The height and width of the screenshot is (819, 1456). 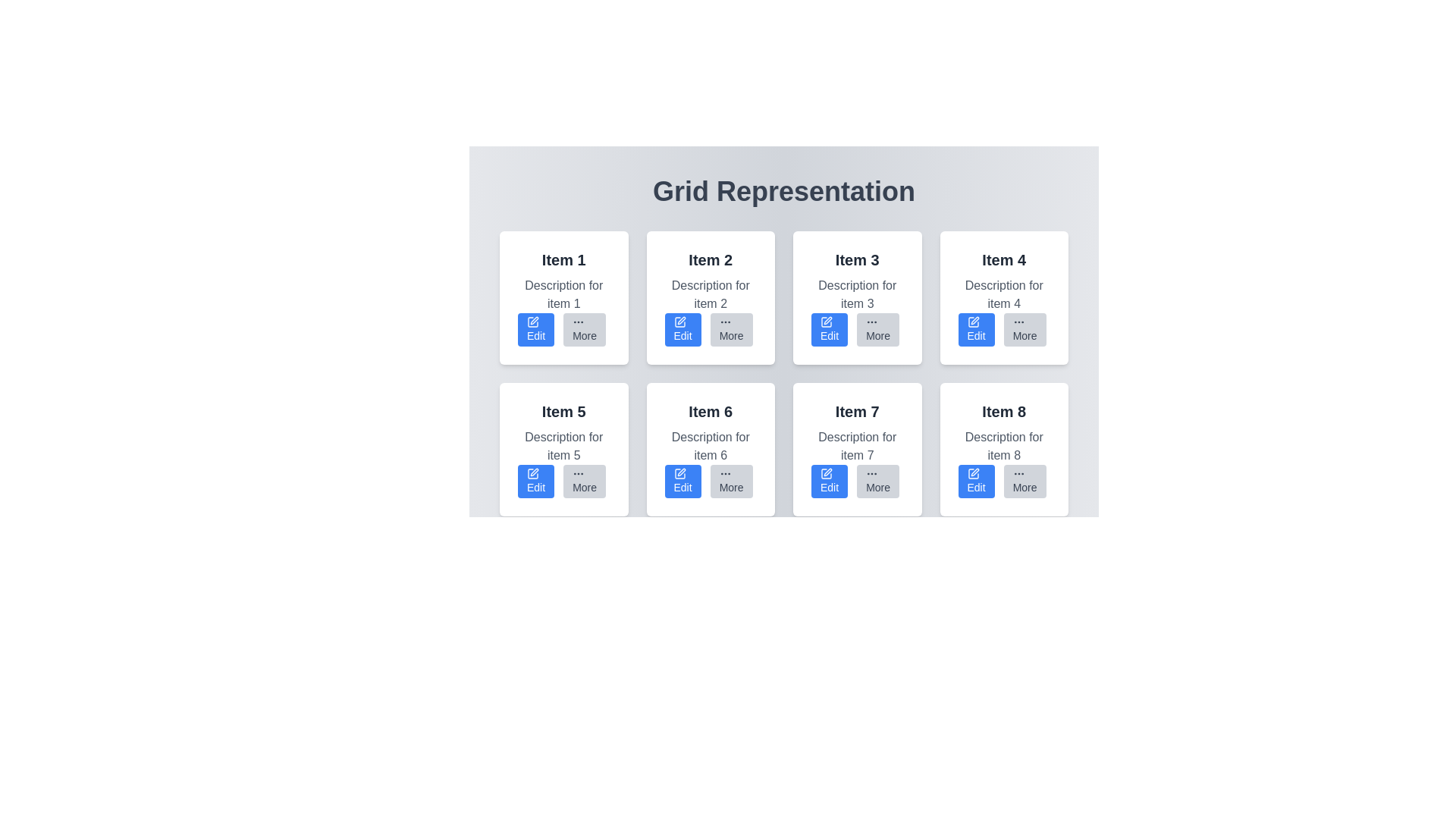 I want to click on the descriptive text label located in the first item card, positioned below the title 'Item 1' and above the 'Edit' and 'More' buttons, so click(x=563, y=295).